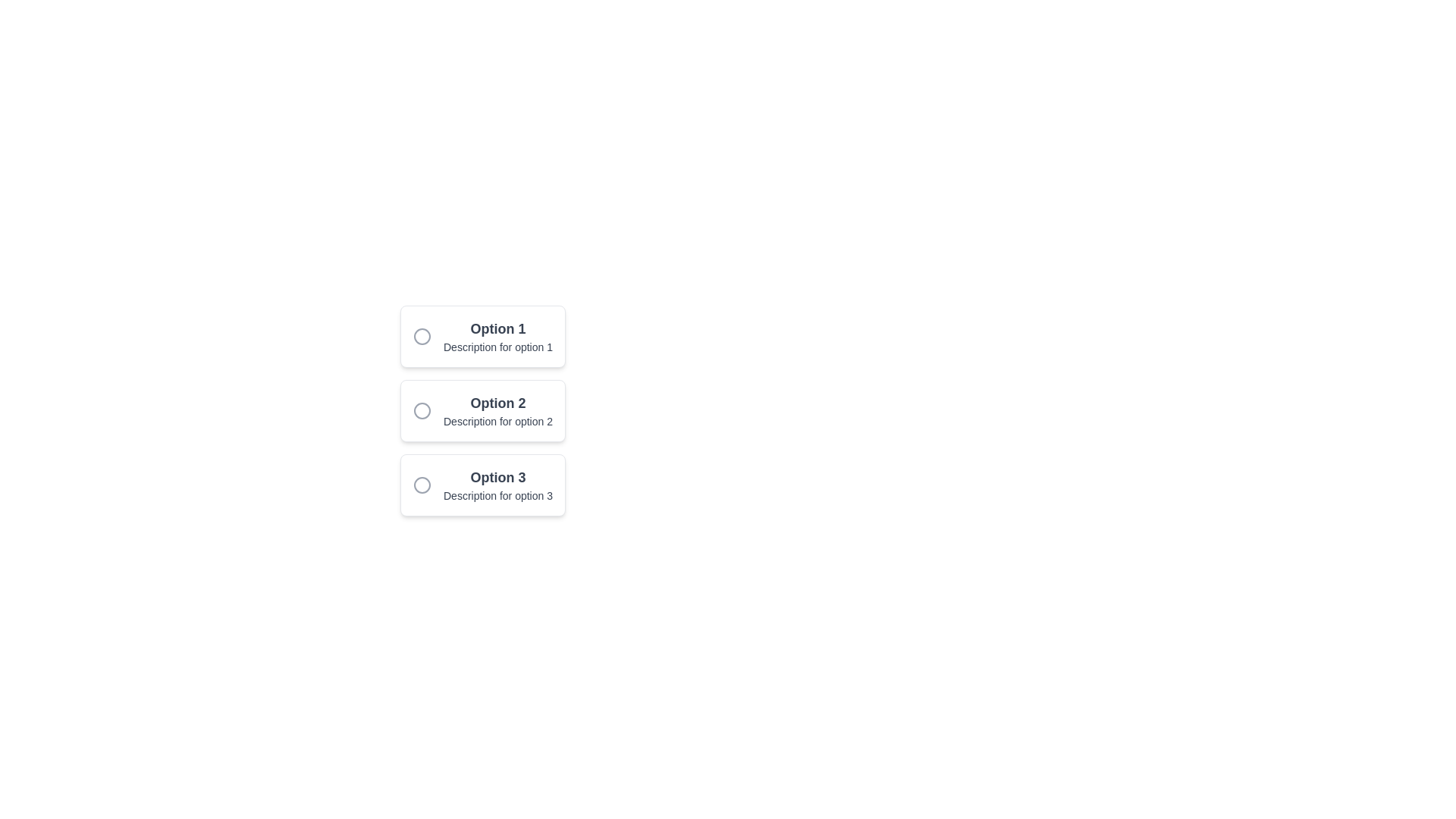  Describe the element at coordinates (422, 411) in the screenshot. I see `the center of the circular selection marker icon for 'Option 2'` at that location.